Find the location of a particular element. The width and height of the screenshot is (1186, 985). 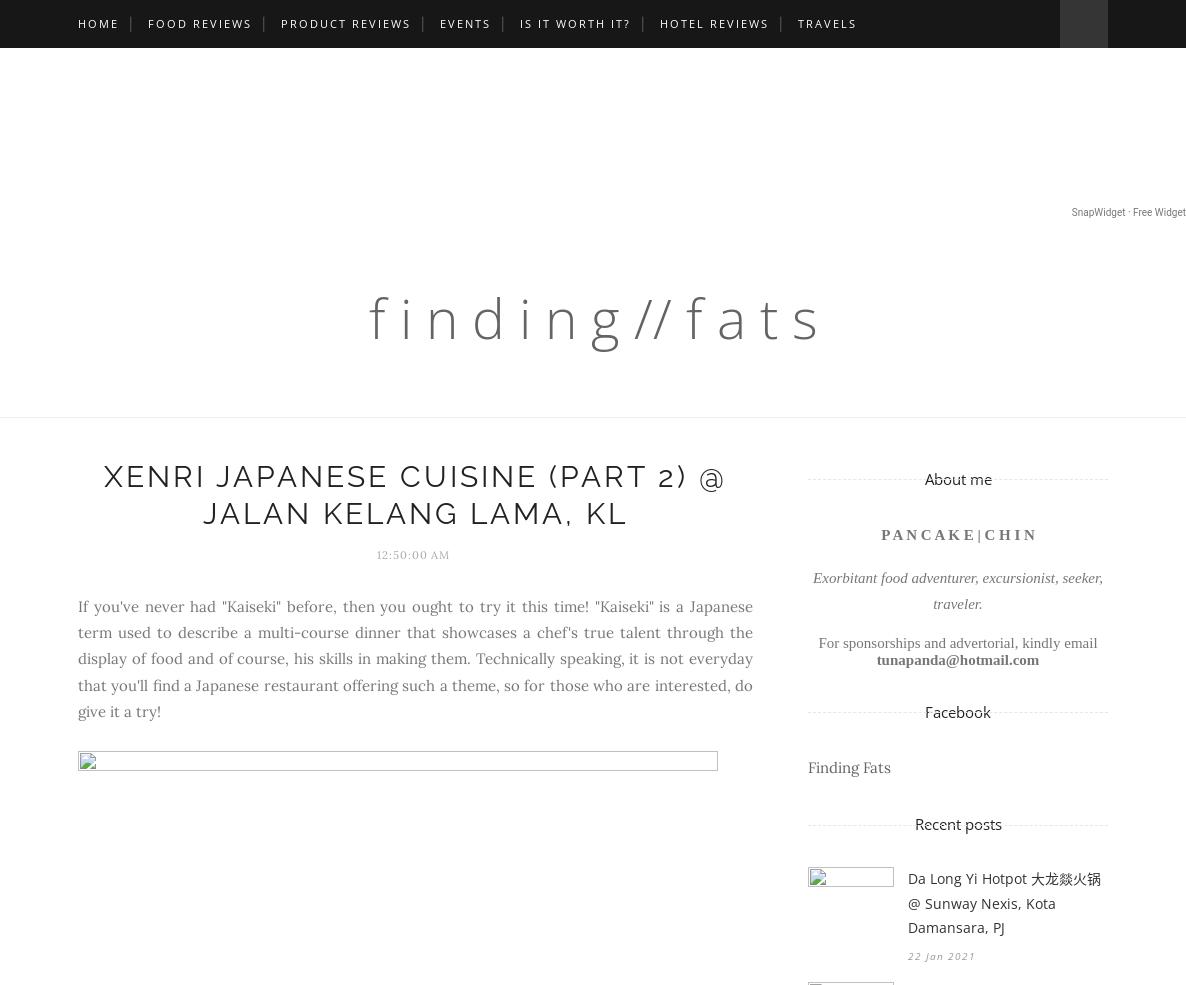

'Finding Fats' is located at coordinates (848, 766).